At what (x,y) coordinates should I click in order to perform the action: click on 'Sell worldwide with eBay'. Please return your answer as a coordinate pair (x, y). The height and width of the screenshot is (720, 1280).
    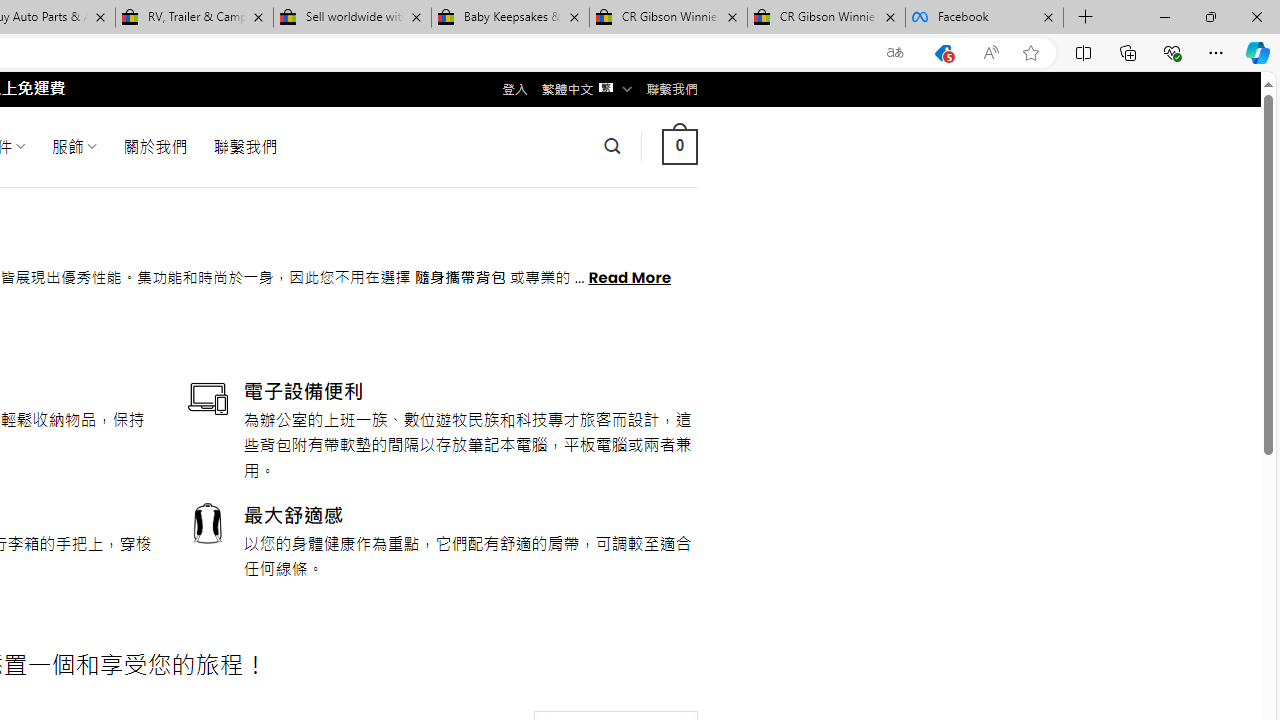
    Looking at the image, I should click on (352, 17).